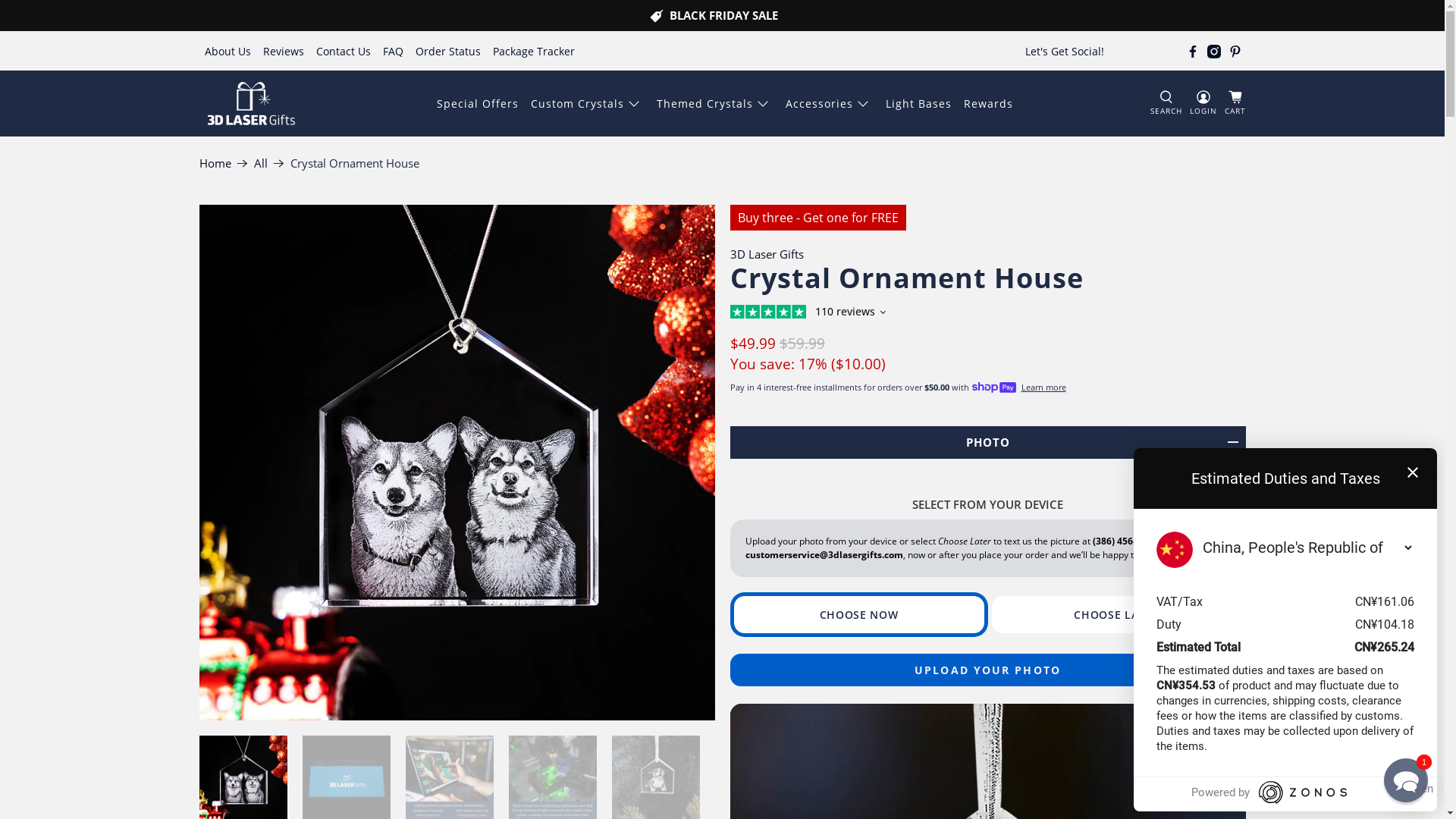 The height and width of the screenshot is (819, 1456). I want to click on 'Accessories', so click(829, 102).